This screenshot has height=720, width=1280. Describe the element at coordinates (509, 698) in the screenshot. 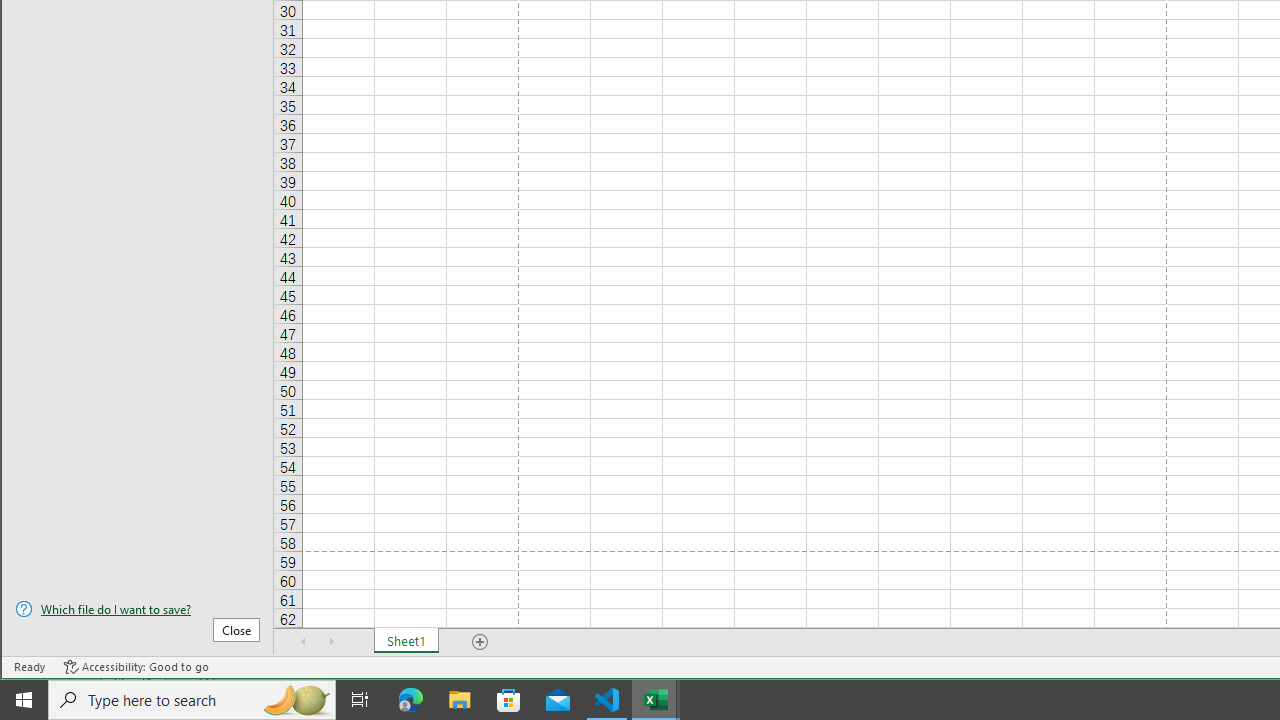

I see `'Microsoft Store'` at that location.